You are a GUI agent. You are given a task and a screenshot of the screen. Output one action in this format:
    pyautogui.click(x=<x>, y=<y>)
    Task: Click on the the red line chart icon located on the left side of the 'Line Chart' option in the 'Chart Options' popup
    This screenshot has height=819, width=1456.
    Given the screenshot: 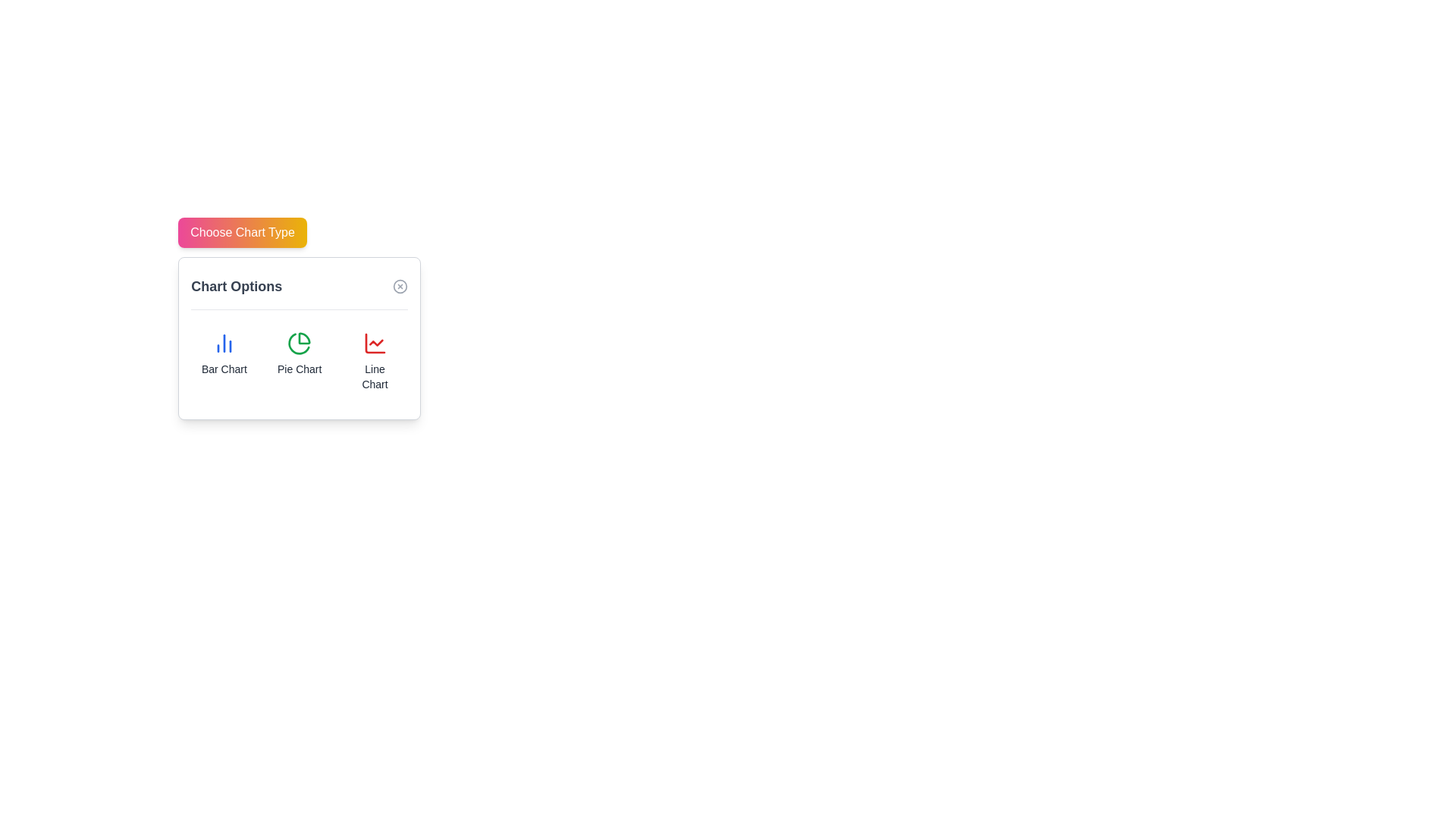 What is the action you would take?
    pyautogui.click(x=375, y=343)
    